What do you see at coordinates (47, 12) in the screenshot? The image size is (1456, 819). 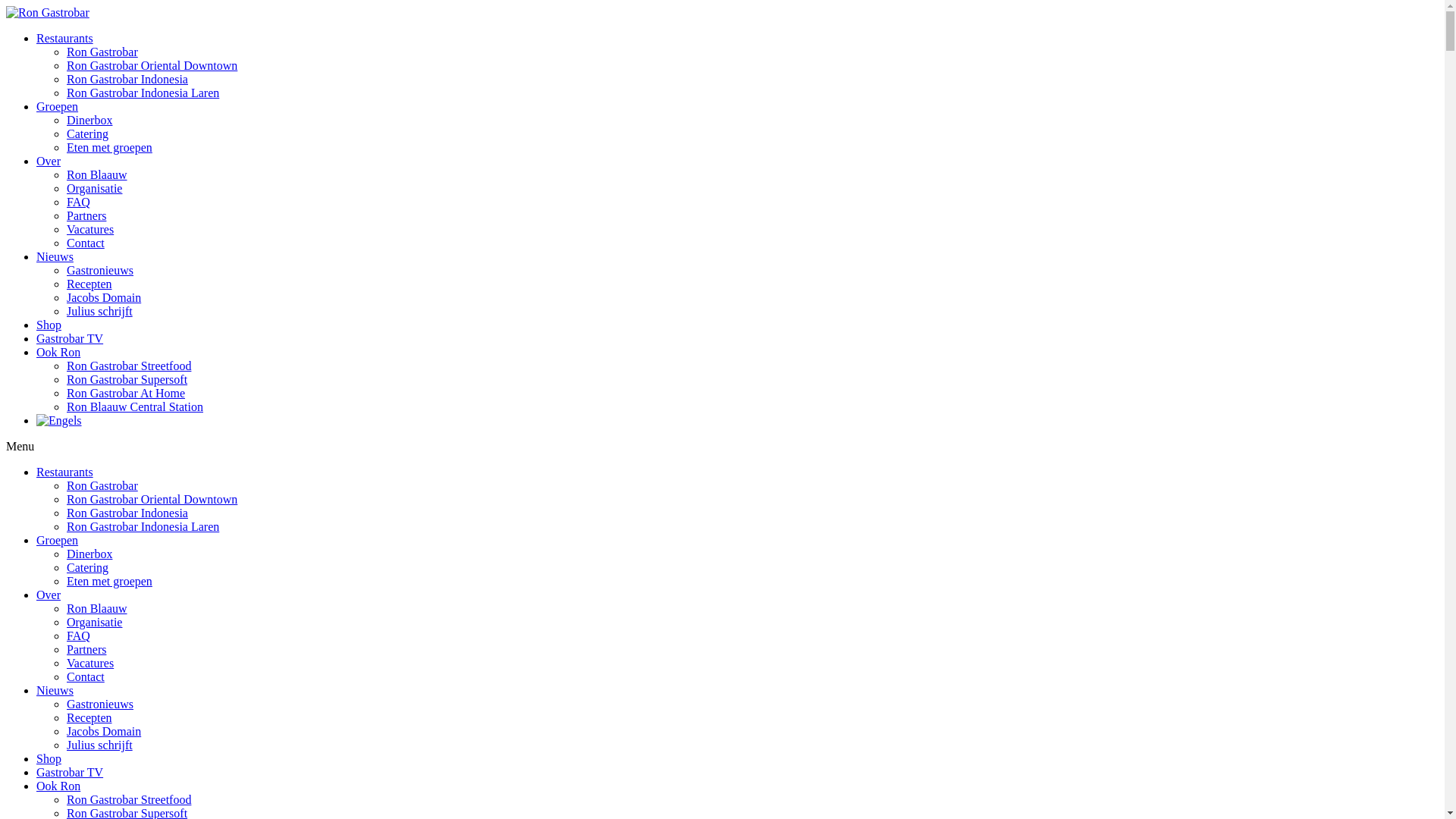 I see `'Logo Ron Gastrobar'` at bounding box center [47, 12].